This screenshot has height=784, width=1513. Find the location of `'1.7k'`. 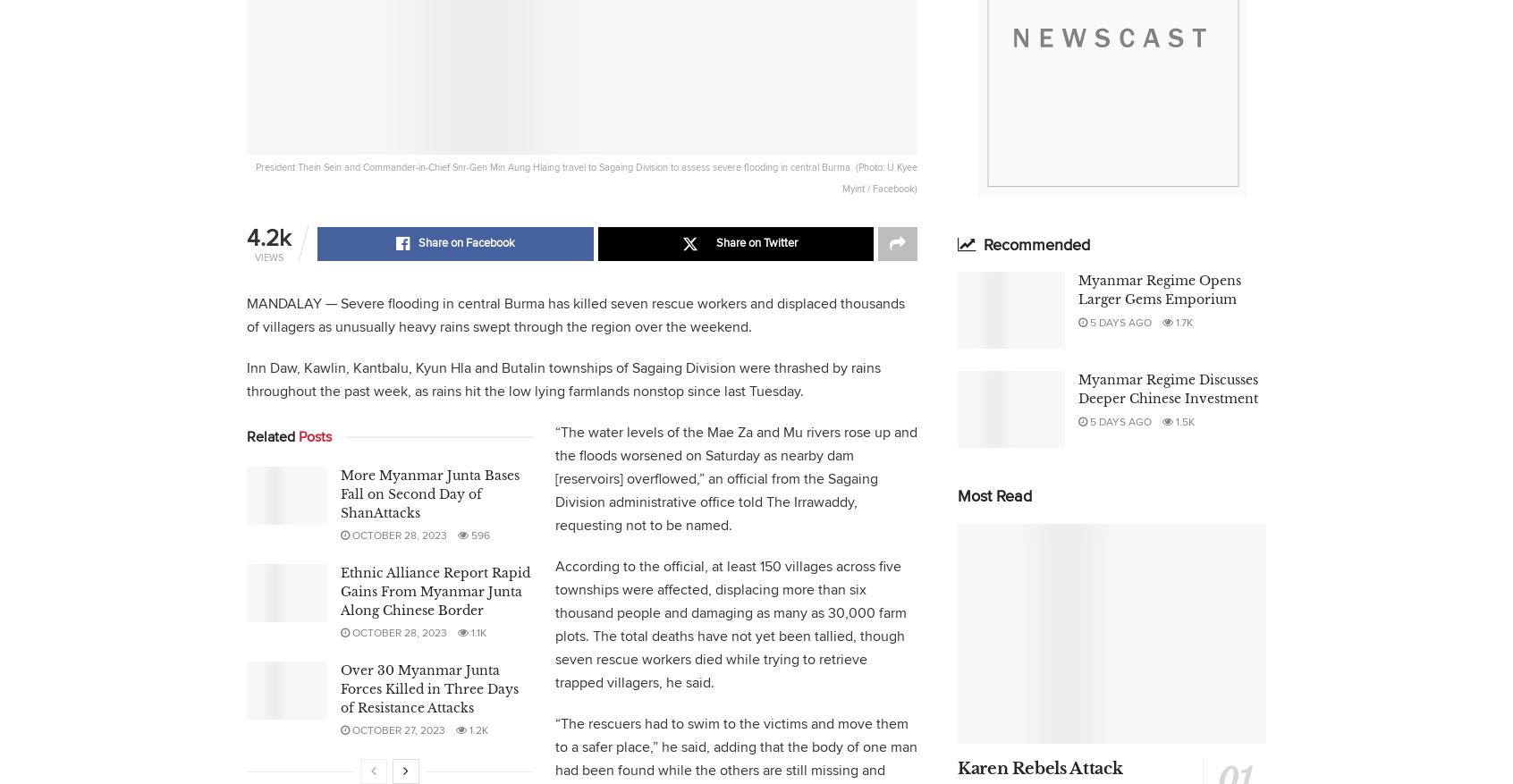

'1.7k' is located at coordinates (1181, 324).